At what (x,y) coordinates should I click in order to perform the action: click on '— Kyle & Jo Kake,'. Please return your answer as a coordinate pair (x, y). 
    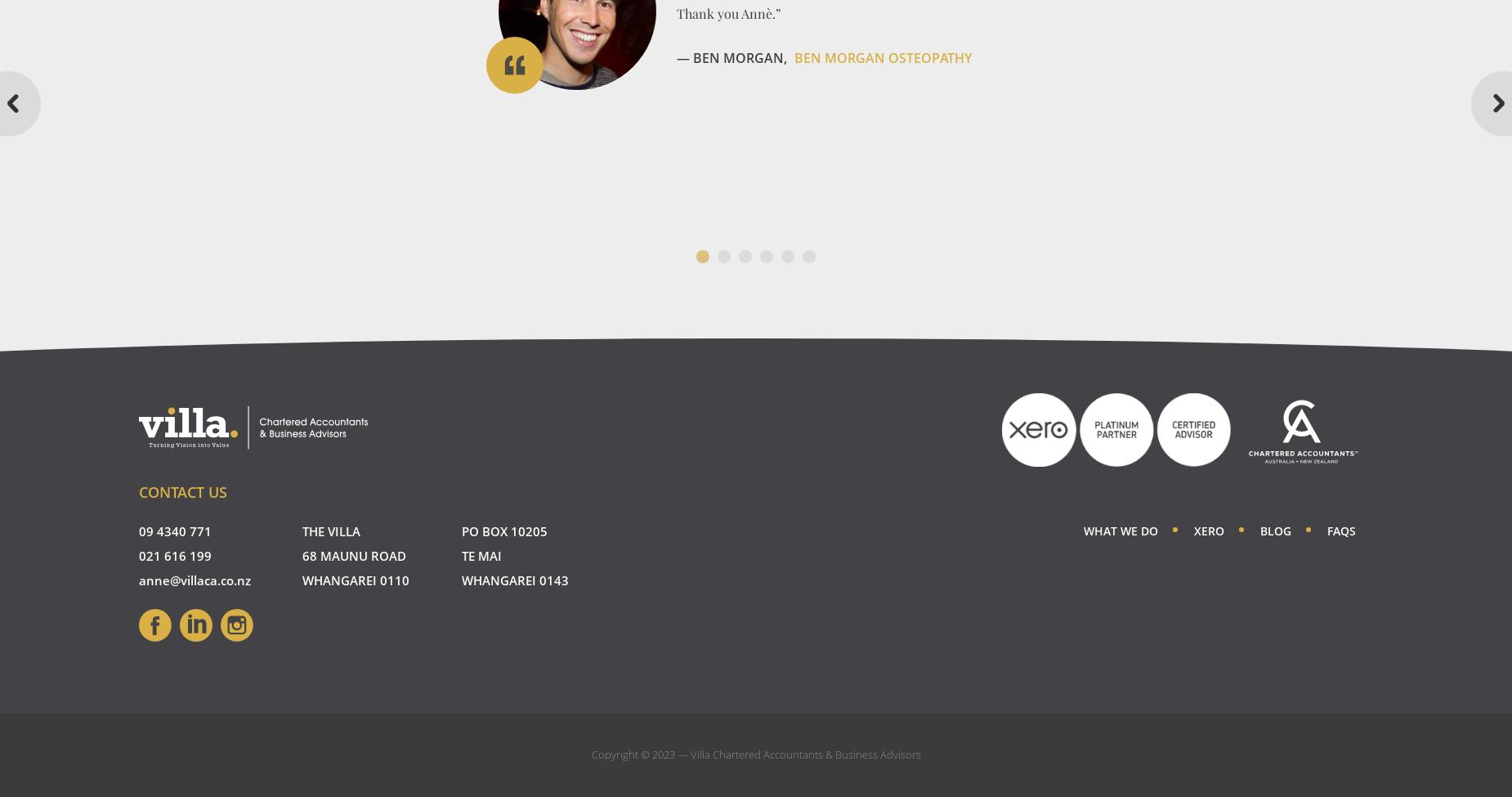
    Looking at the image, I should click on (735, 175).